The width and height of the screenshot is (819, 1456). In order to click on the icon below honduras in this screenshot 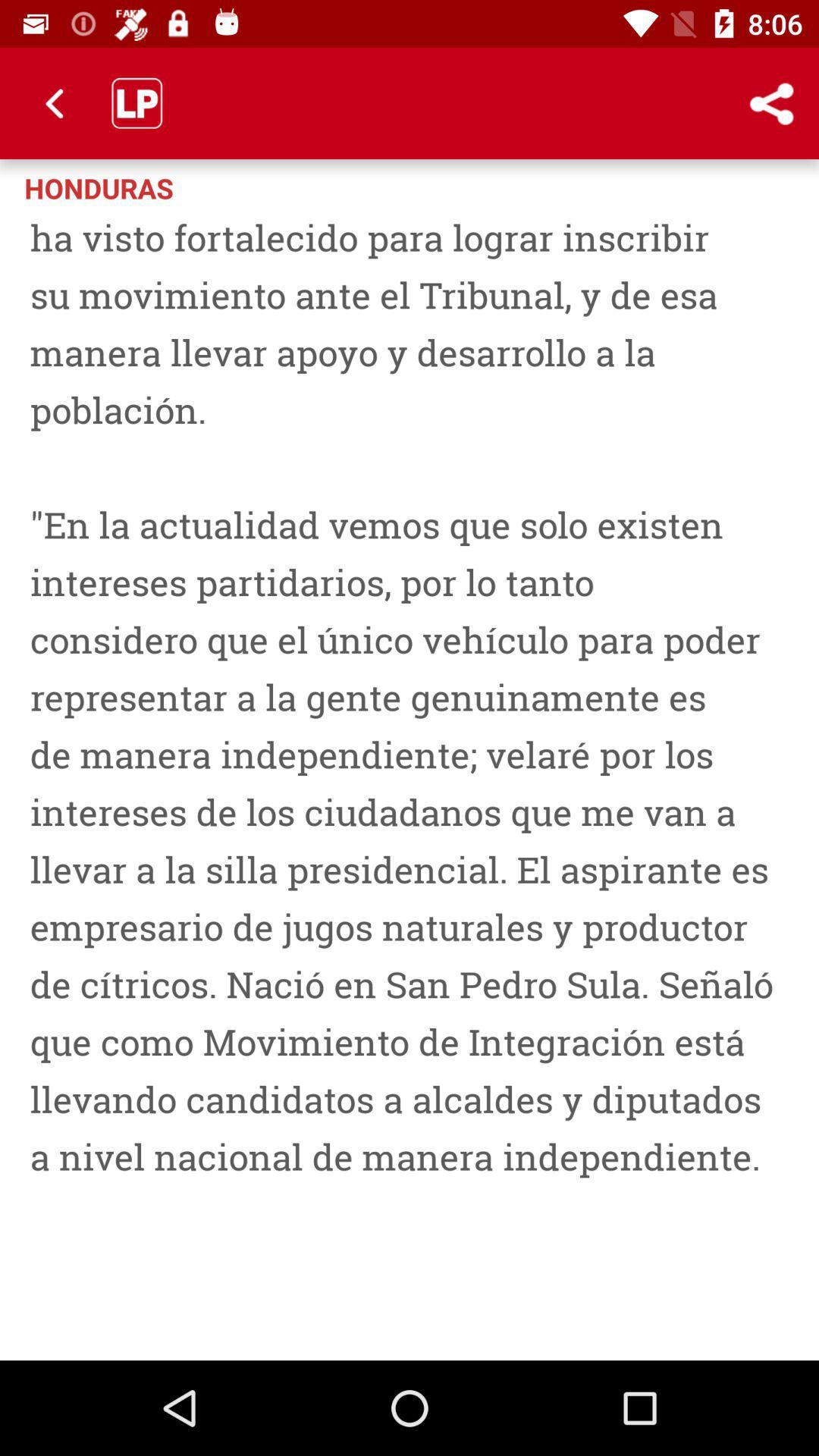, I will do `click(409, 779)`.